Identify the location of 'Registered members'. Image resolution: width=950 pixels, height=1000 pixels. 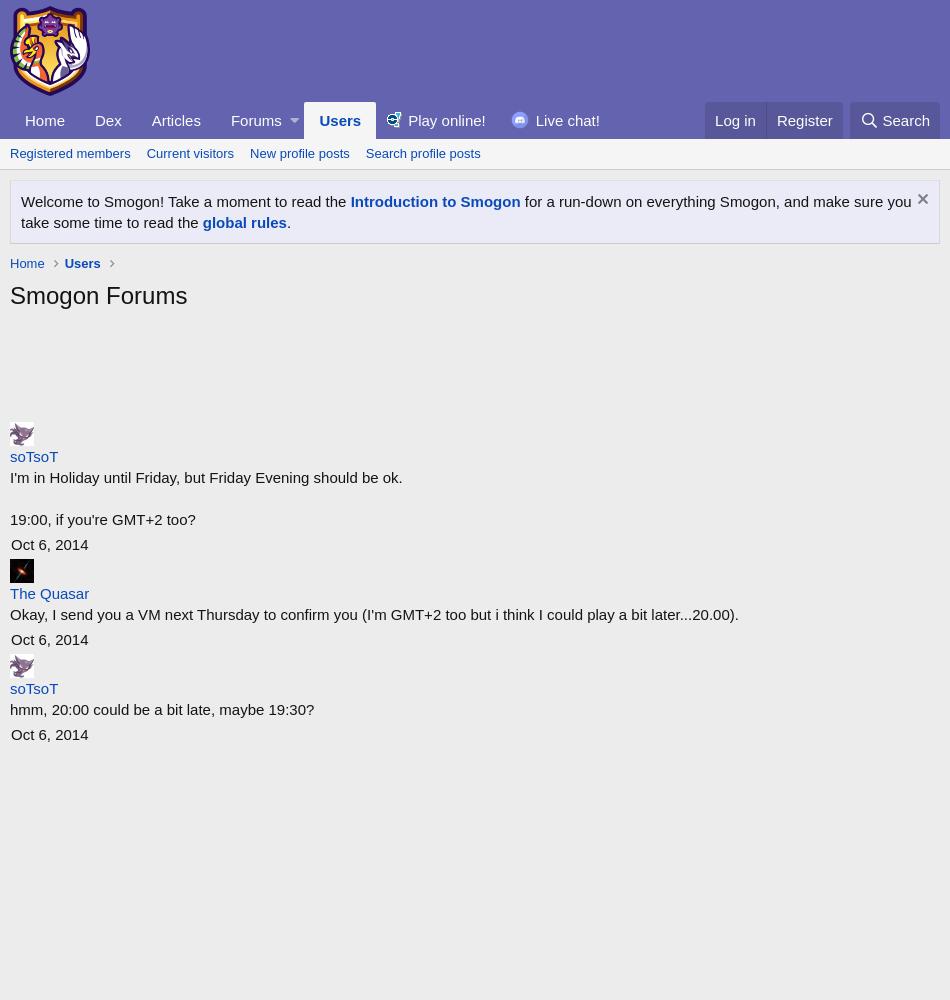
(9, 152).